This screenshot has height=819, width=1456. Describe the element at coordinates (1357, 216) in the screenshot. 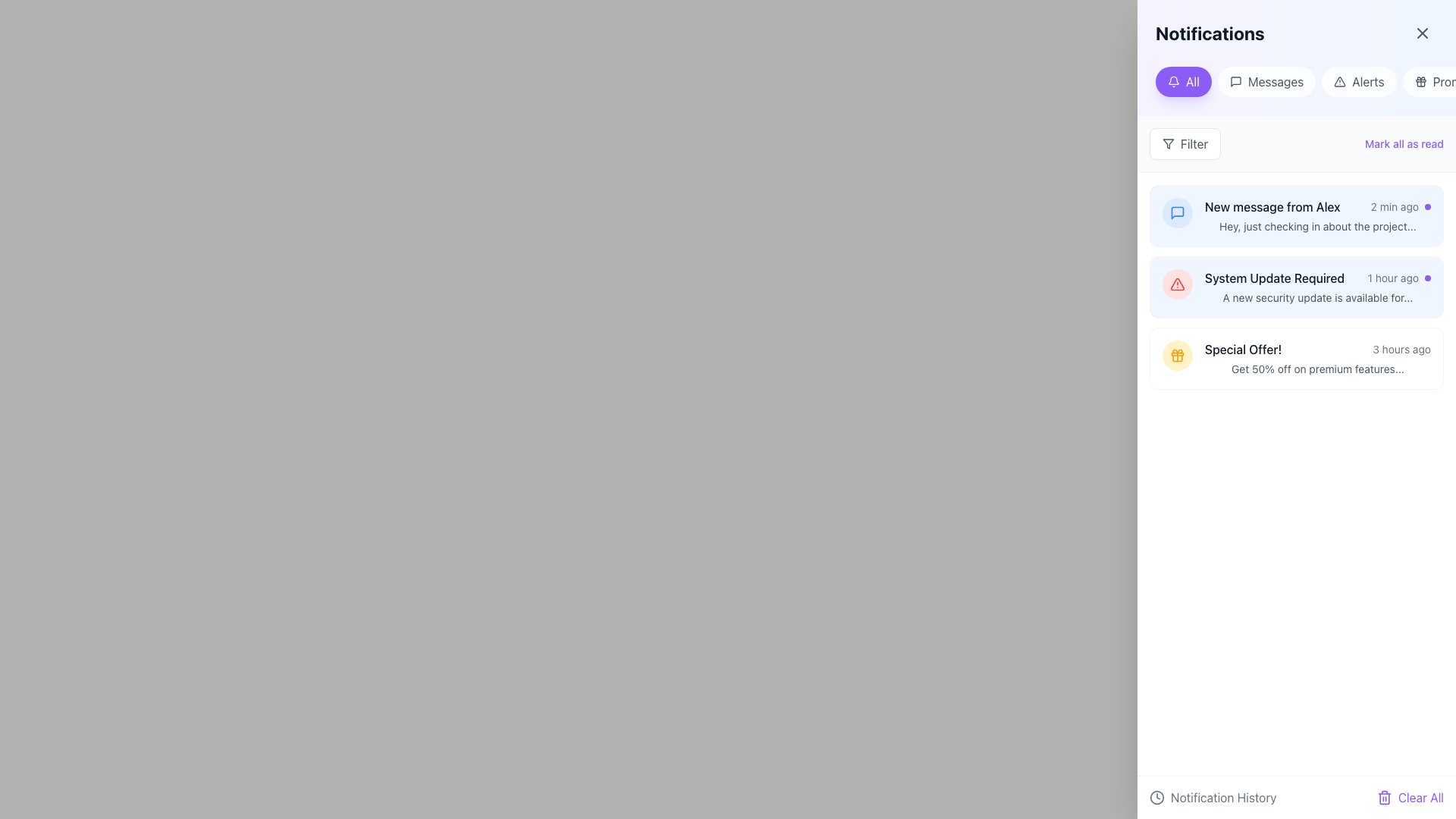

I see `the middle part of the archive icon in the notification list, which is styled as a gray vector graphic and is adjacent to the notification titled 'New message from Alex'` at that location.